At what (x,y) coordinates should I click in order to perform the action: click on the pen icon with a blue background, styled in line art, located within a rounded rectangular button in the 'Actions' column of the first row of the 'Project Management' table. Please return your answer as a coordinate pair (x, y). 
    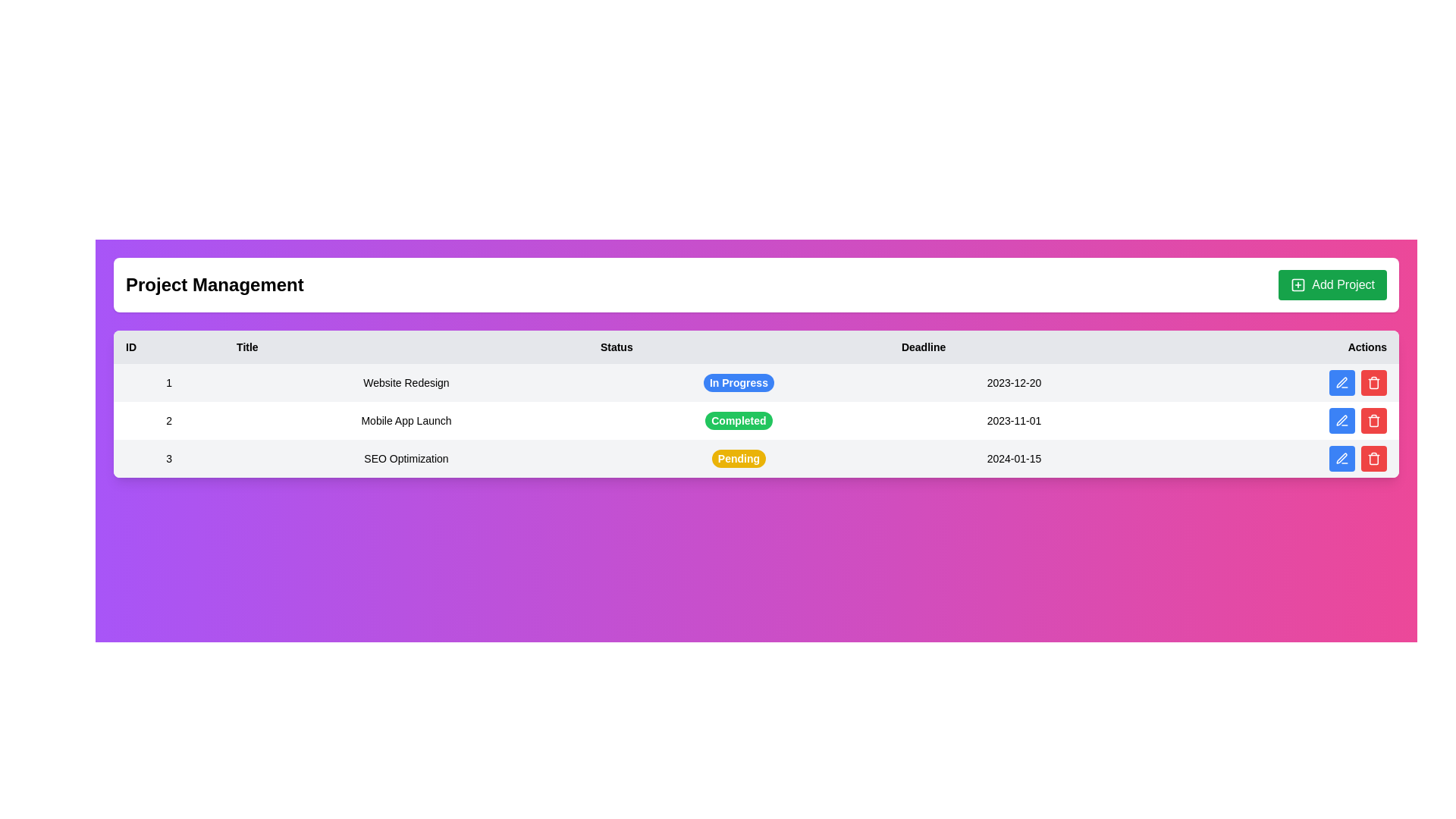
    Looking at the image, I should click on (1342, 382).